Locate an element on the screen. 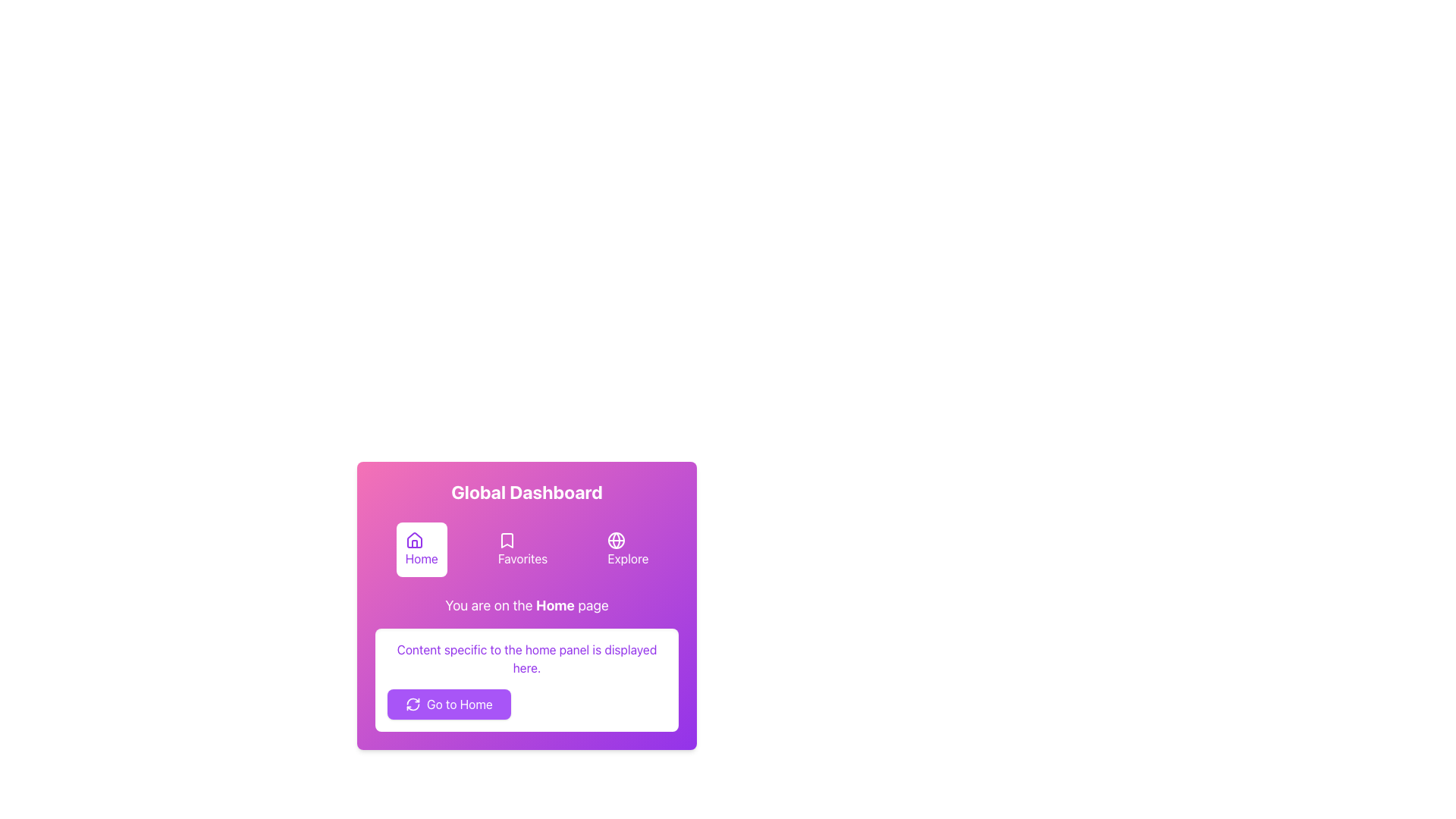 The image size is (1456, 819). the bookmark-shaped icon with a thin outline located above the 'Favorites' label in the middle section of the horizontal row containing Home, Favorites, and Explore is located at coordinates (507, 540).